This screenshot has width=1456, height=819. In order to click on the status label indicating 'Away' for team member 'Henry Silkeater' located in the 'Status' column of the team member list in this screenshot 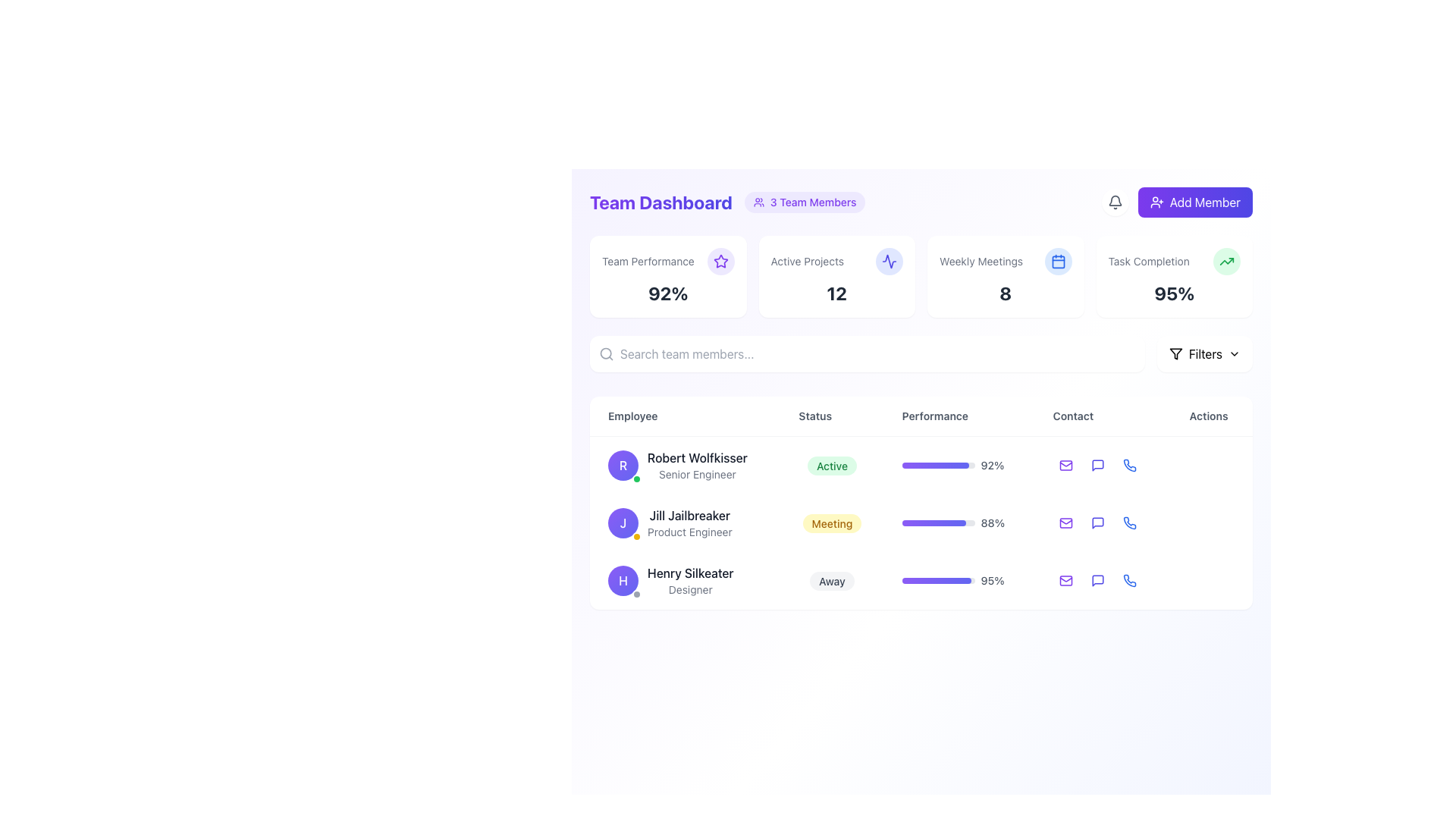, I will do `click(831, 580)`.